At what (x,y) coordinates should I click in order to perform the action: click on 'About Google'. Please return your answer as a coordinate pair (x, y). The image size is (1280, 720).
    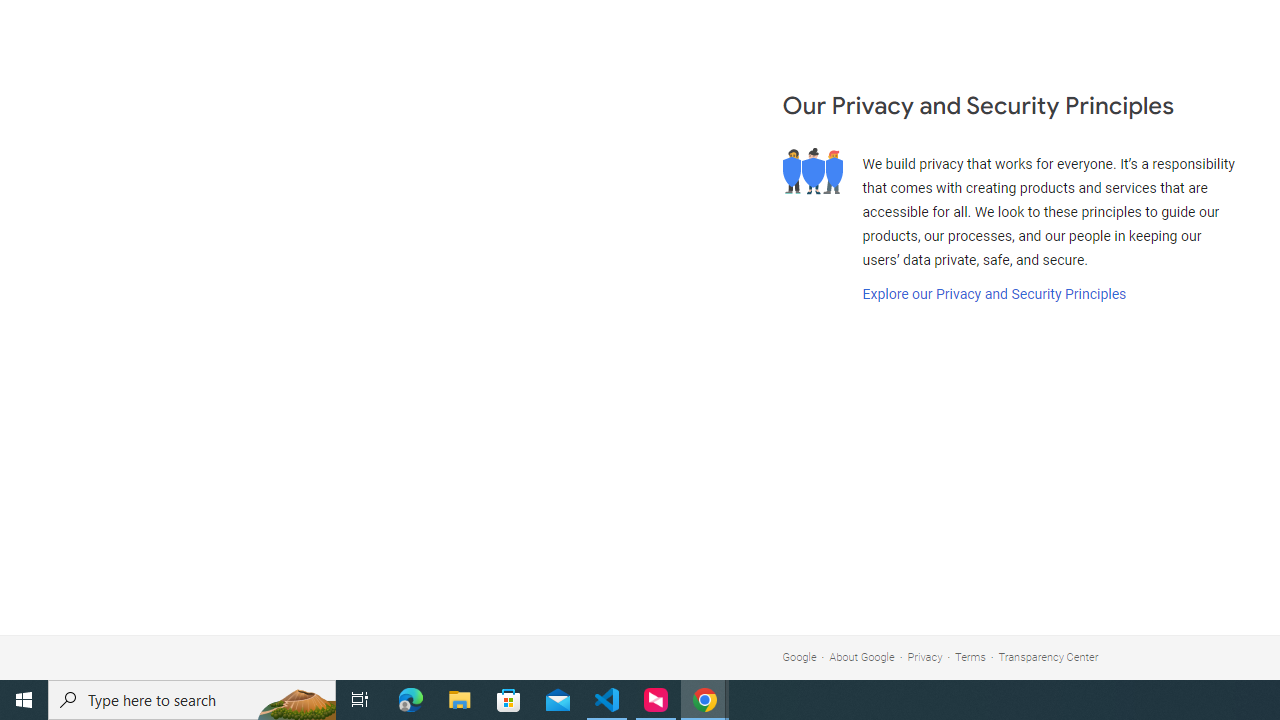
    Looking at the image, I should click on (862, 657).